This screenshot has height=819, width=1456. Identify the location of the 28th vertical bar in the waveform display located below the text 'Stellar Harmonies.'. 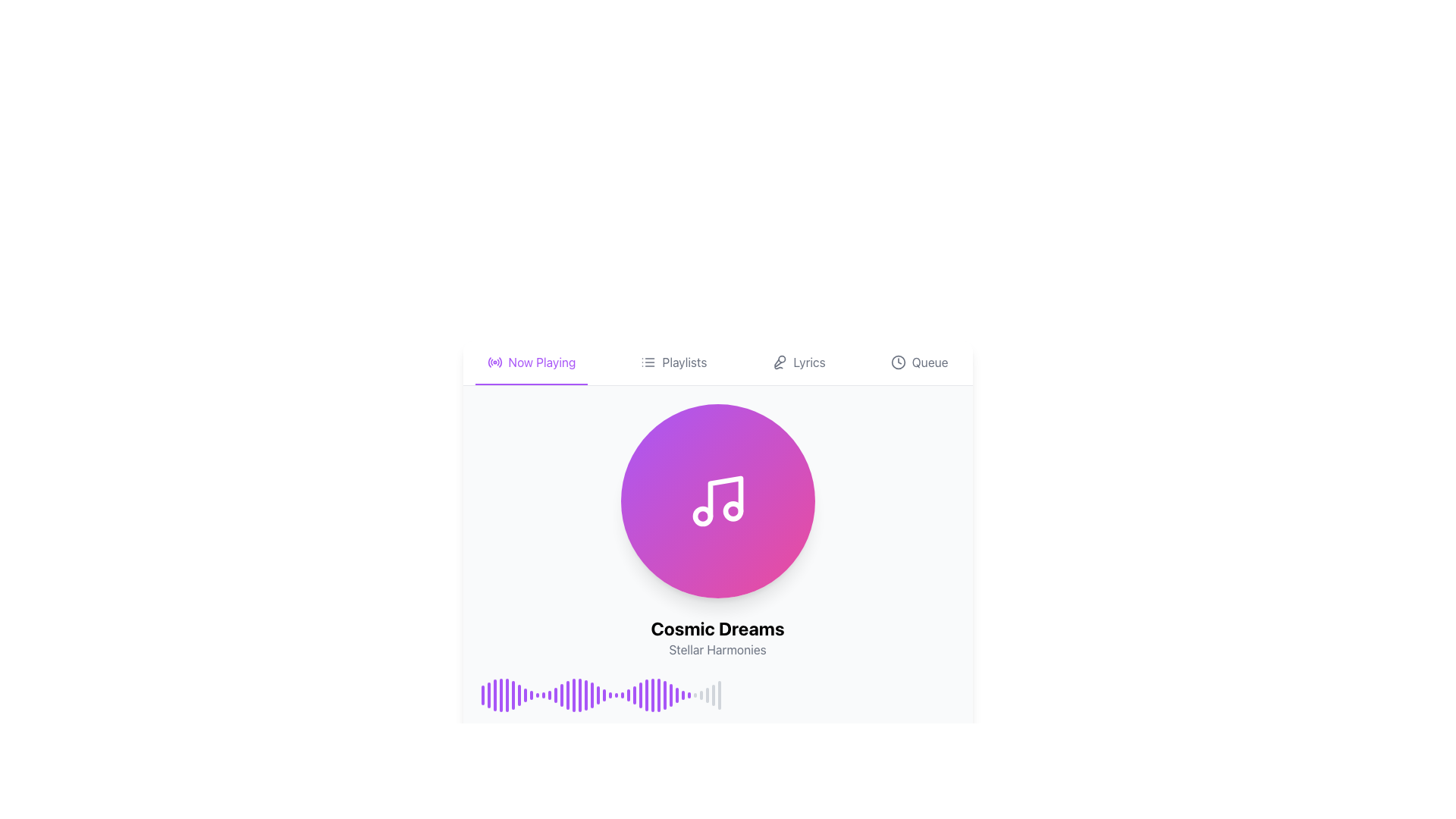
(646, 695).